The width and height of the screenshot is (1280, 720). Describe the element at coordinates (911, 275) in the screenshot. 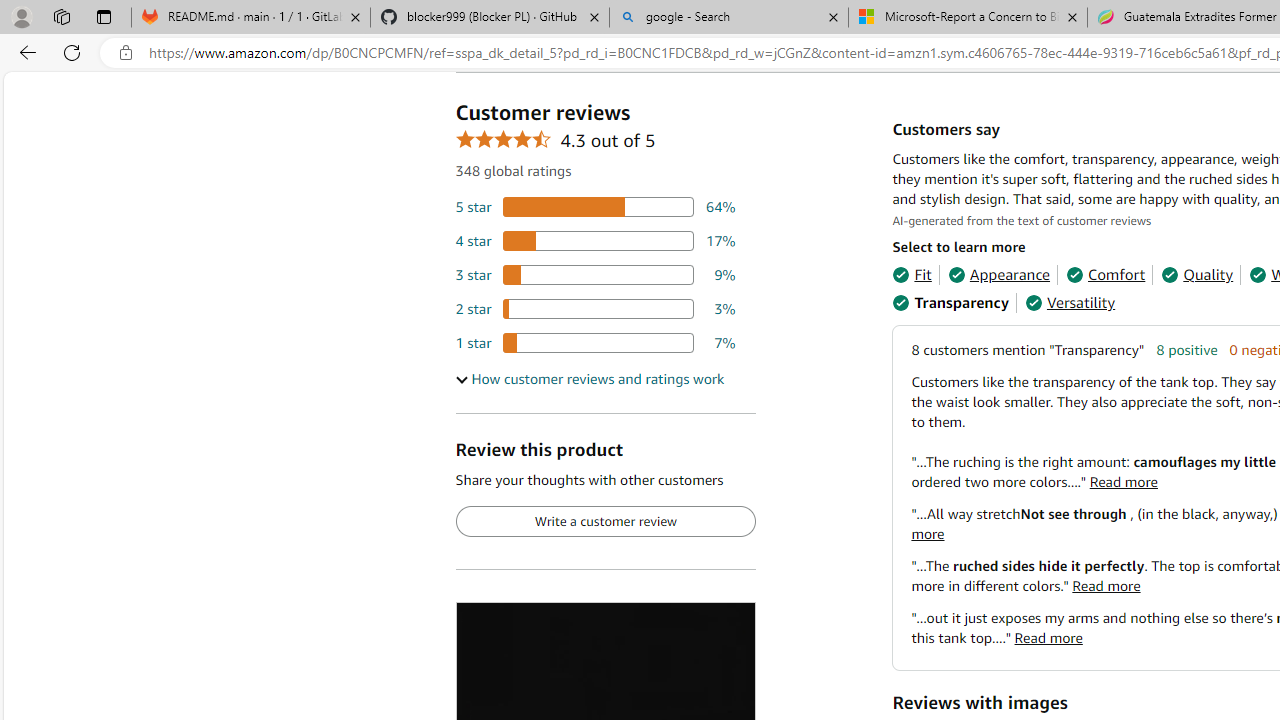

I see `'Fit'` at that location.